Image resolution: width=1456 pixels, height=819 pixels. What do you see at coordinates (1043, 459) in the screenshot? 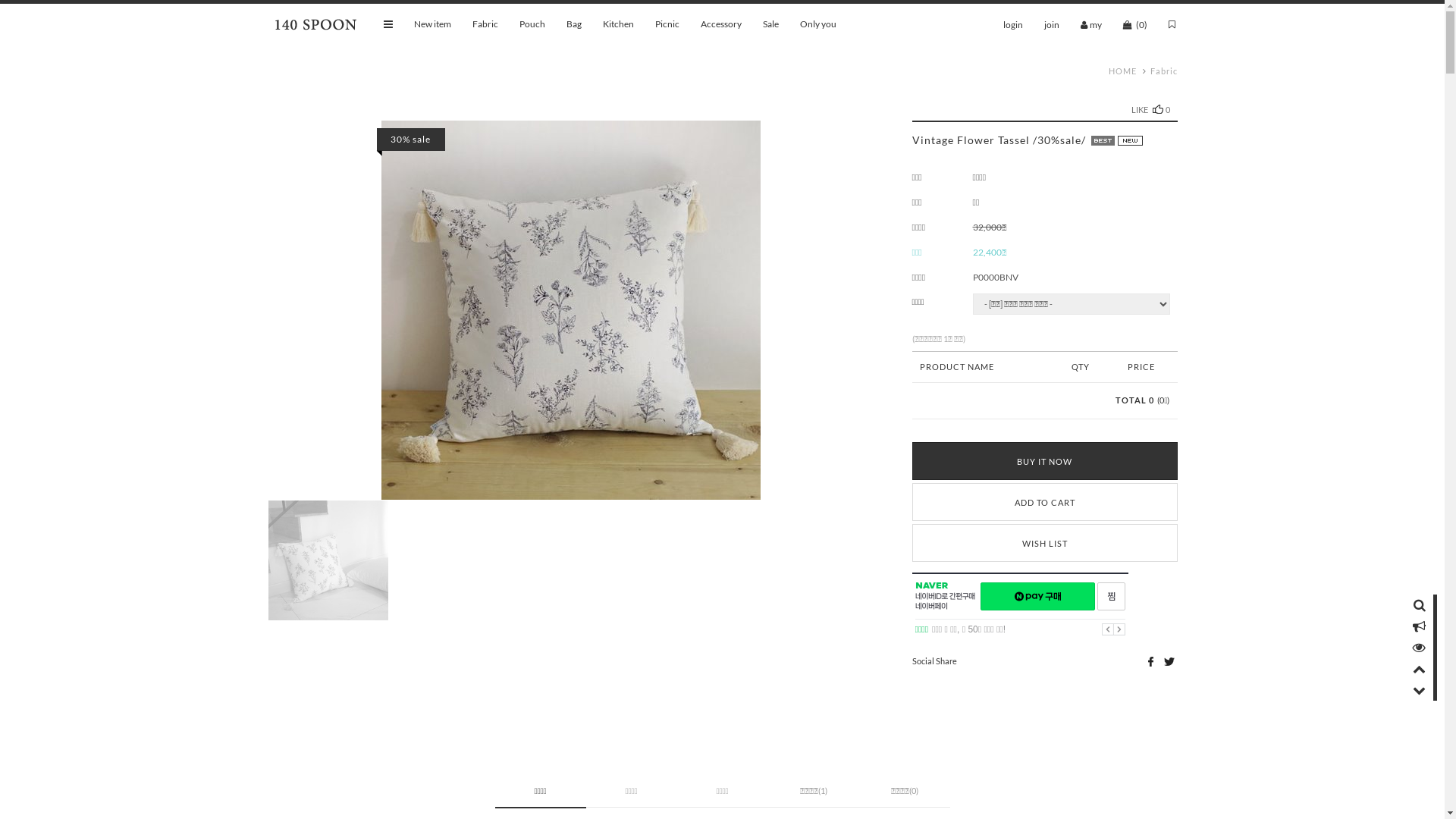
I see `'BUY IT NOW'` at bounding box center [1043, 459].